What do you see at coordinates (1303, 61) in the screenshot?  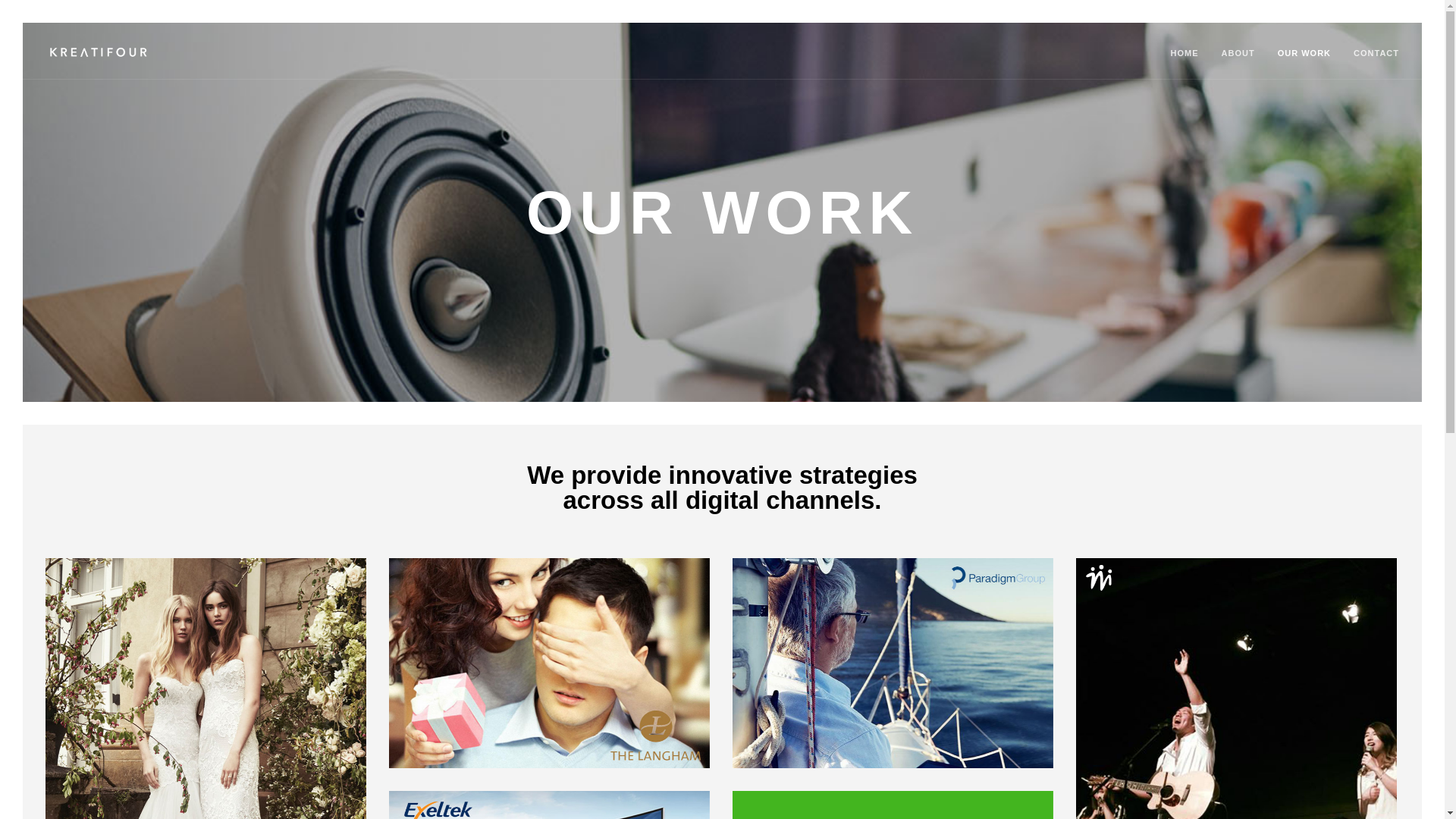 I see `'OUR WORK'` at bounding box center [1303, 61].